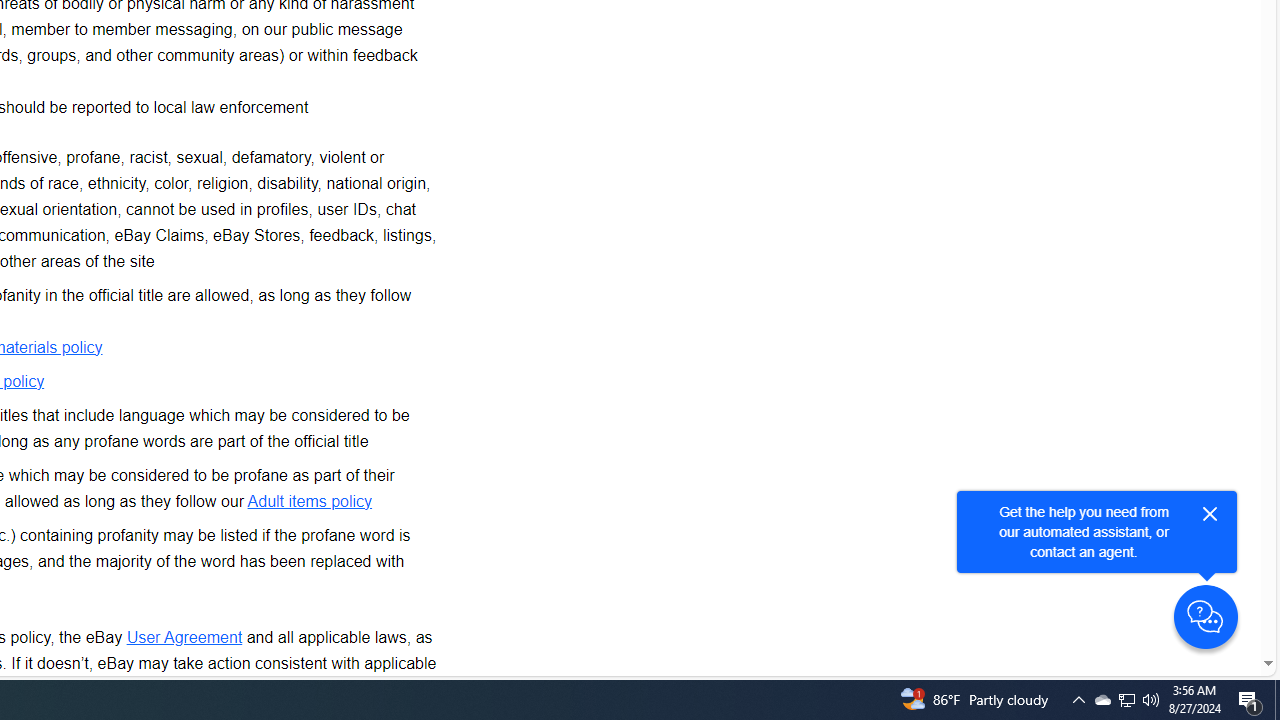 The width and height of the screenshot is (1280, 720). What do you see at coordinates (1209, 513) in the screenshot?
I see `'Close'` at bounding box center [1209, 513].